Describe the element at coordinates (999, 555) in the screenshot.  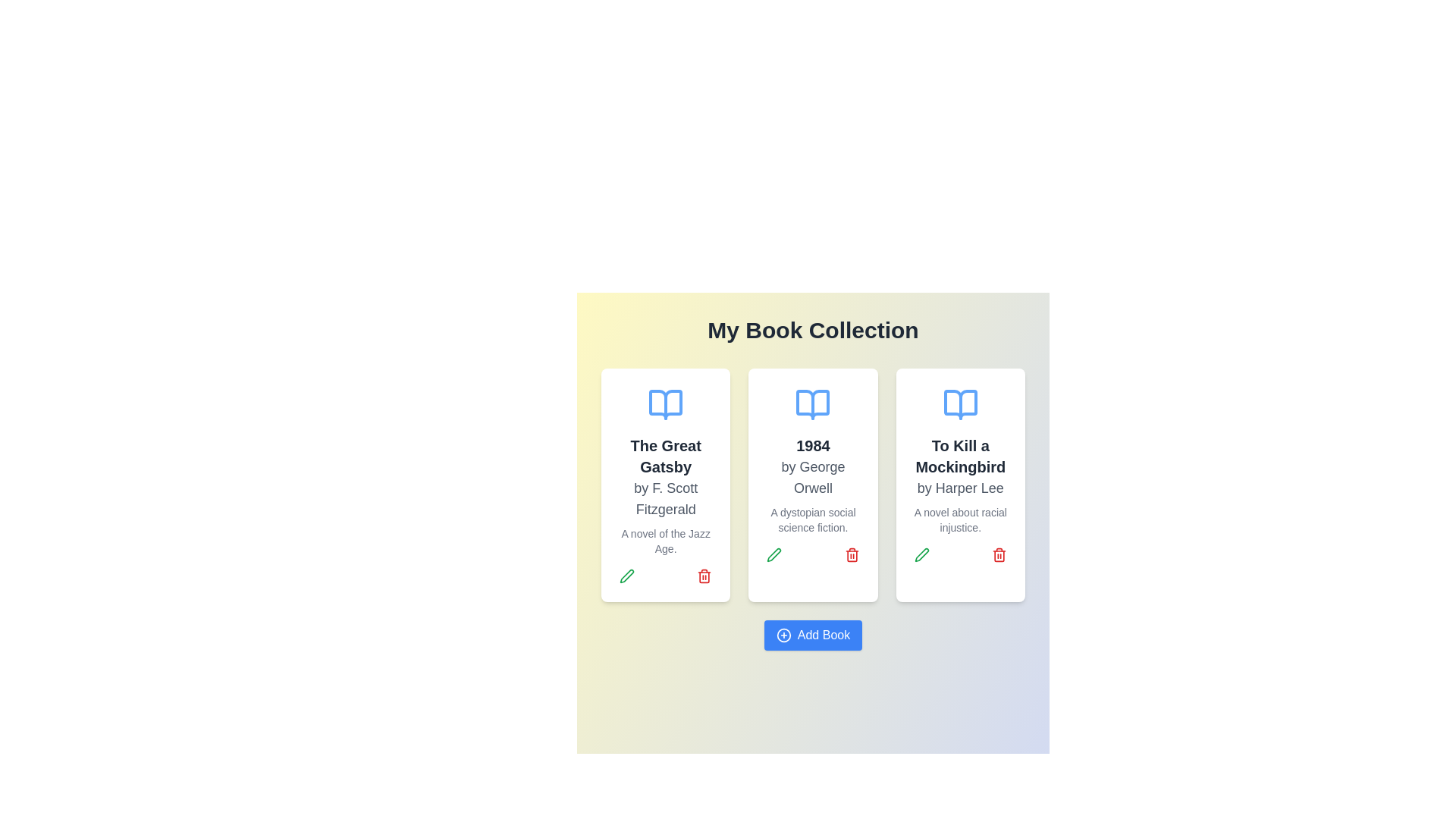
I see `the red trash bin icon button located on the far right of the action button row under the 'To Kill a Mockingbird' card, which is the second button in the row, indicating a delete action` at that location.